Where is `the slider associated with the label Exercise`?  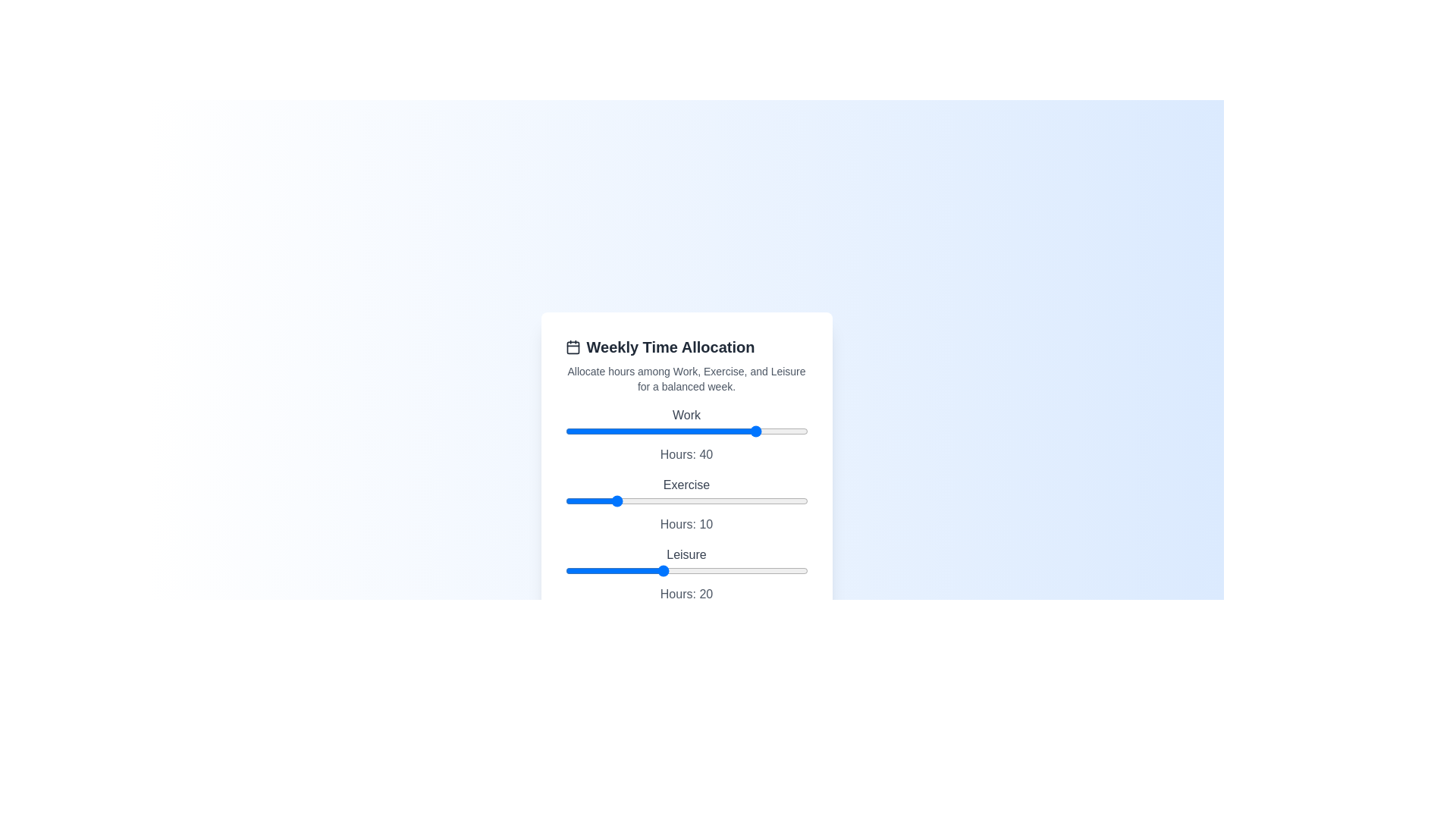 the slider associated with the label Exercise is located at coordinates (686, 500).